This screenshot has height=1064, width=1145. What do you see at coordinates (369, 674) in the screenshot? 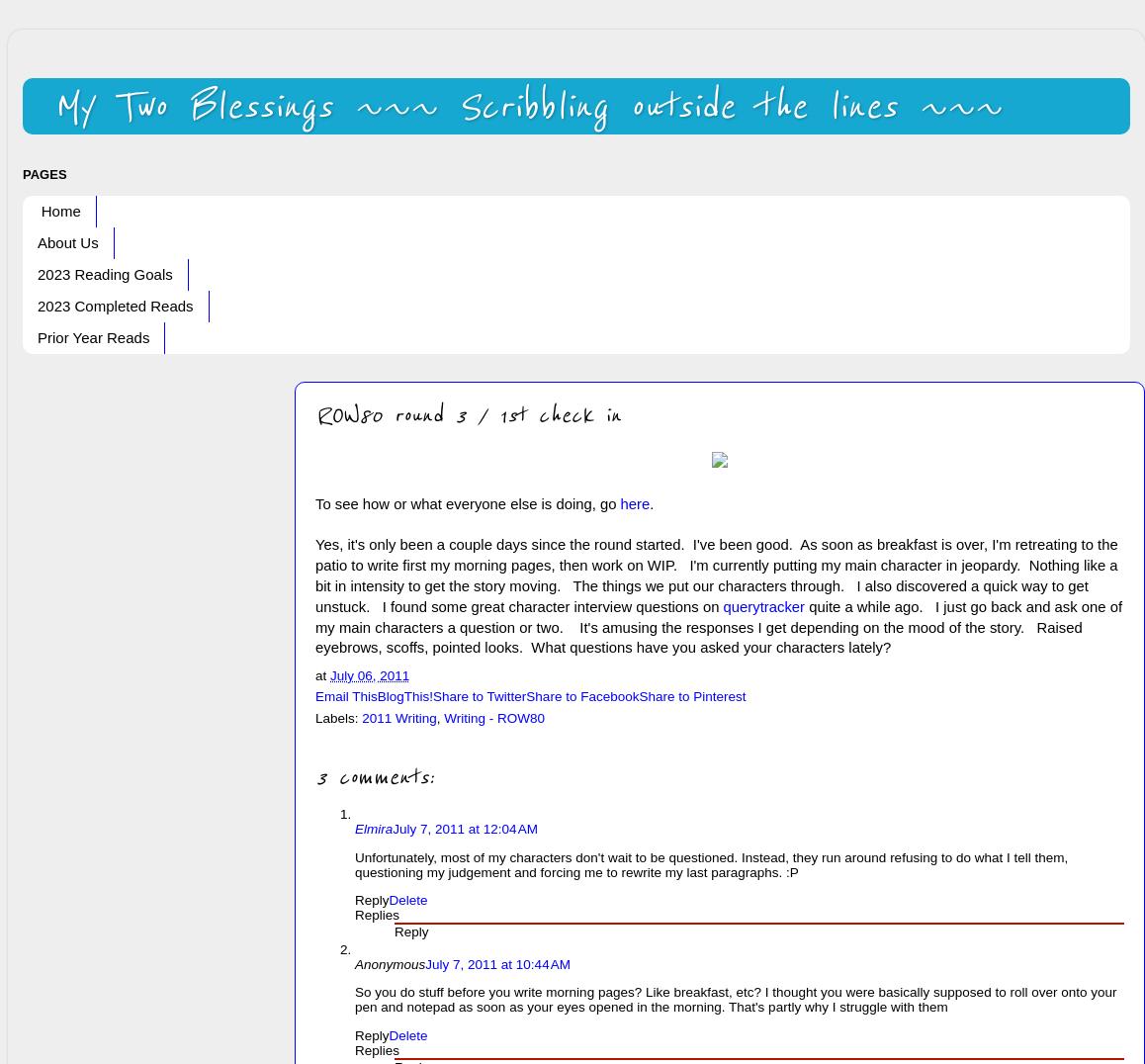
I see `'July 06, 2011'` at bounding box center [369, 674].